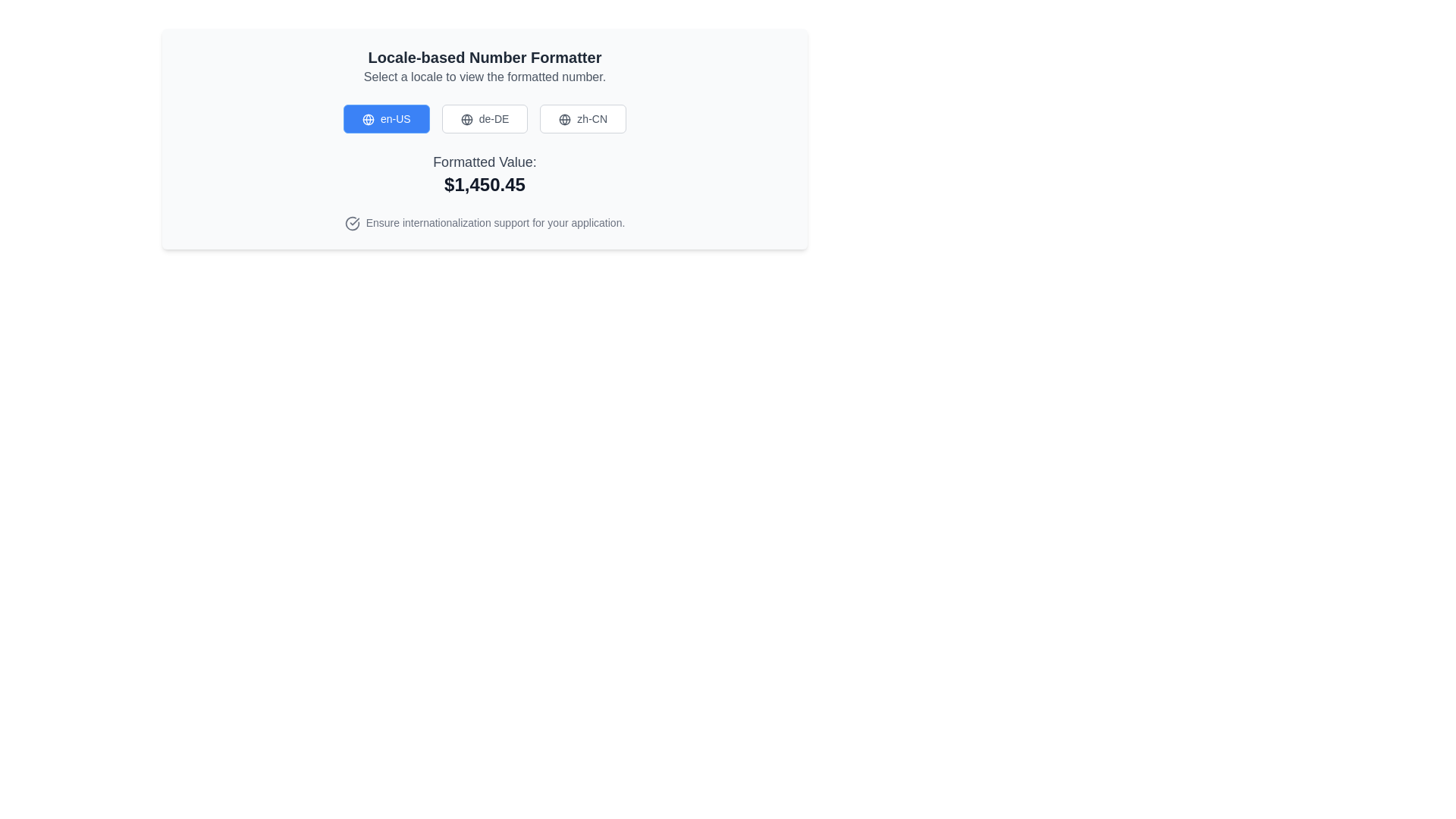 Image resolution: width=1456 pixels, height=819 pixels. Describe the element at coordinates (351, 224) in the screenshot. I see `the upper part of the circle in the SVG graphic icon that conveys information, located below the formatted value '$1,450.45' and above the text label 'Ensure internationalization support for your application.'` at that location.